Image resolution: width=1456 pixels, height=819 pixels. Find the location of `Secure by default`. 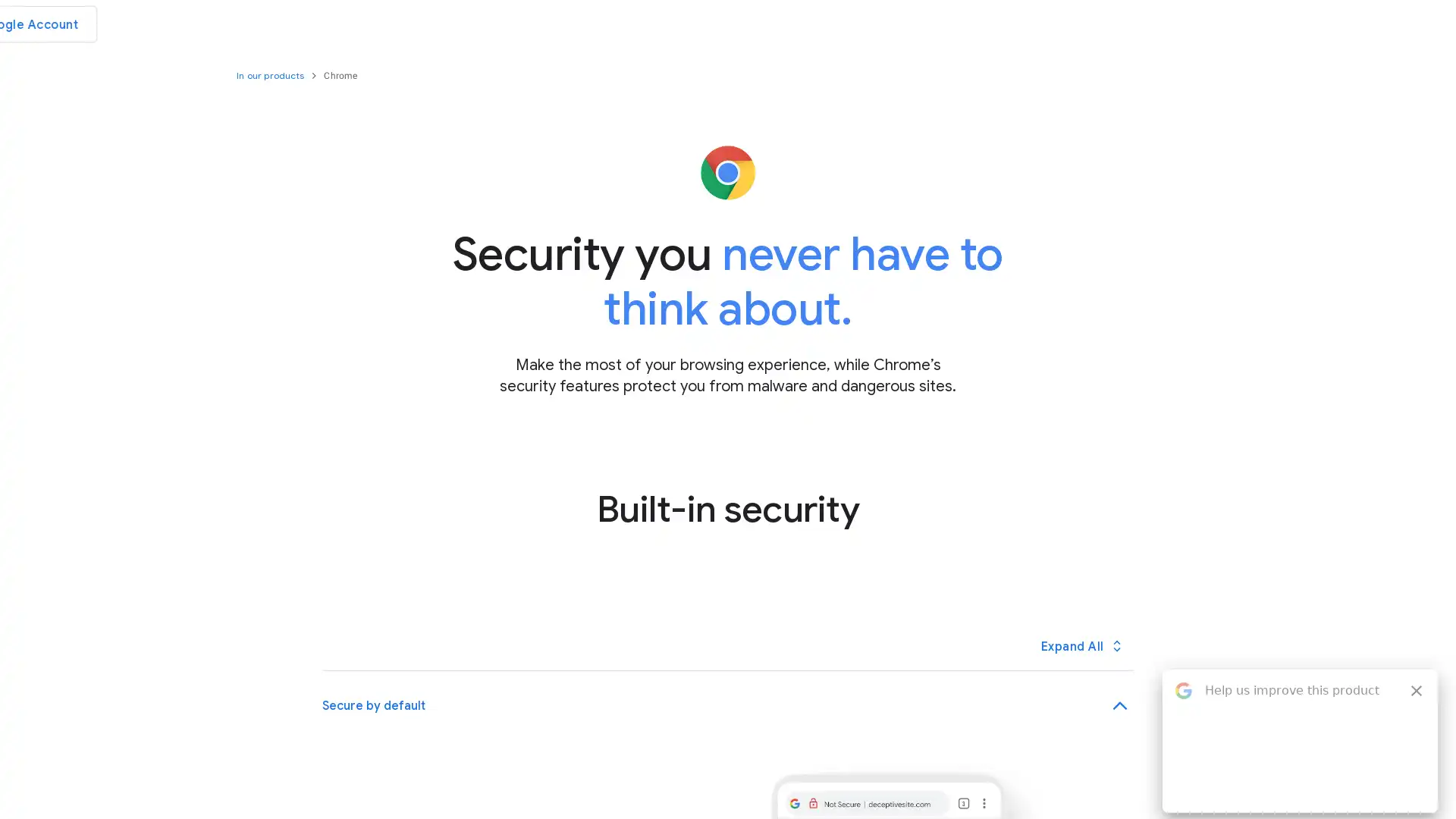

Secure by default is located at coordinates (726, 705).